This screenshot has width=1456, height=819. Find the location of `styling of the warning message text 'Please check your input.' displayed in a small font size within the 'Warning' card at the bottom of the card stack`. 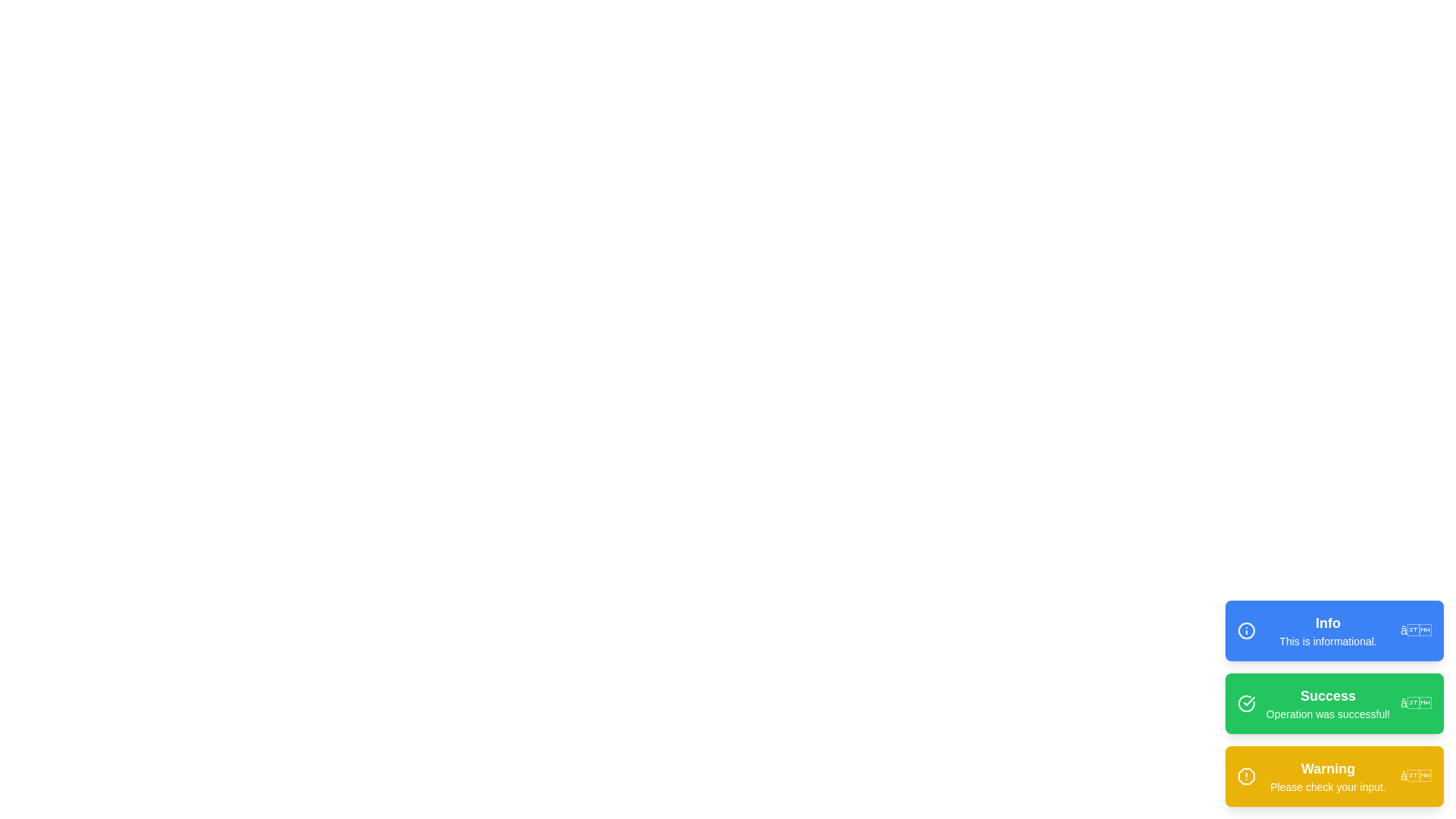

styling of the warning message text 'Please check your input.' displayed in a small font size within the 'Warning' card at the bottom of the card stack is located at coordinates (1327, 786).